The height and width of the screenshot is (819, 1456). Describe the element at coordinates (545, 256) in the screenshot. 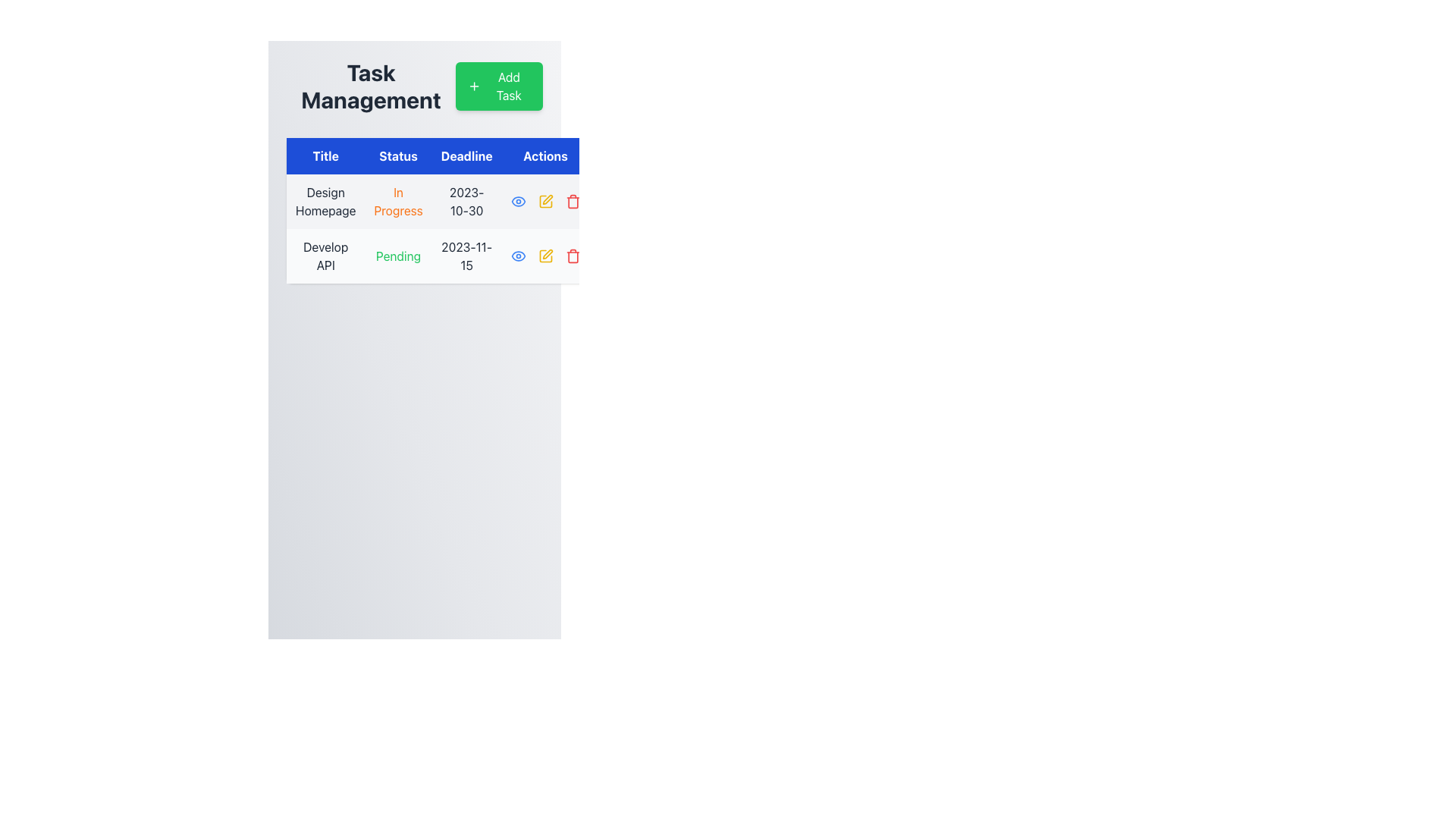

I see `the group of buttons in the fourth cell of the 'Actions' column in the second row of the table` at that location.